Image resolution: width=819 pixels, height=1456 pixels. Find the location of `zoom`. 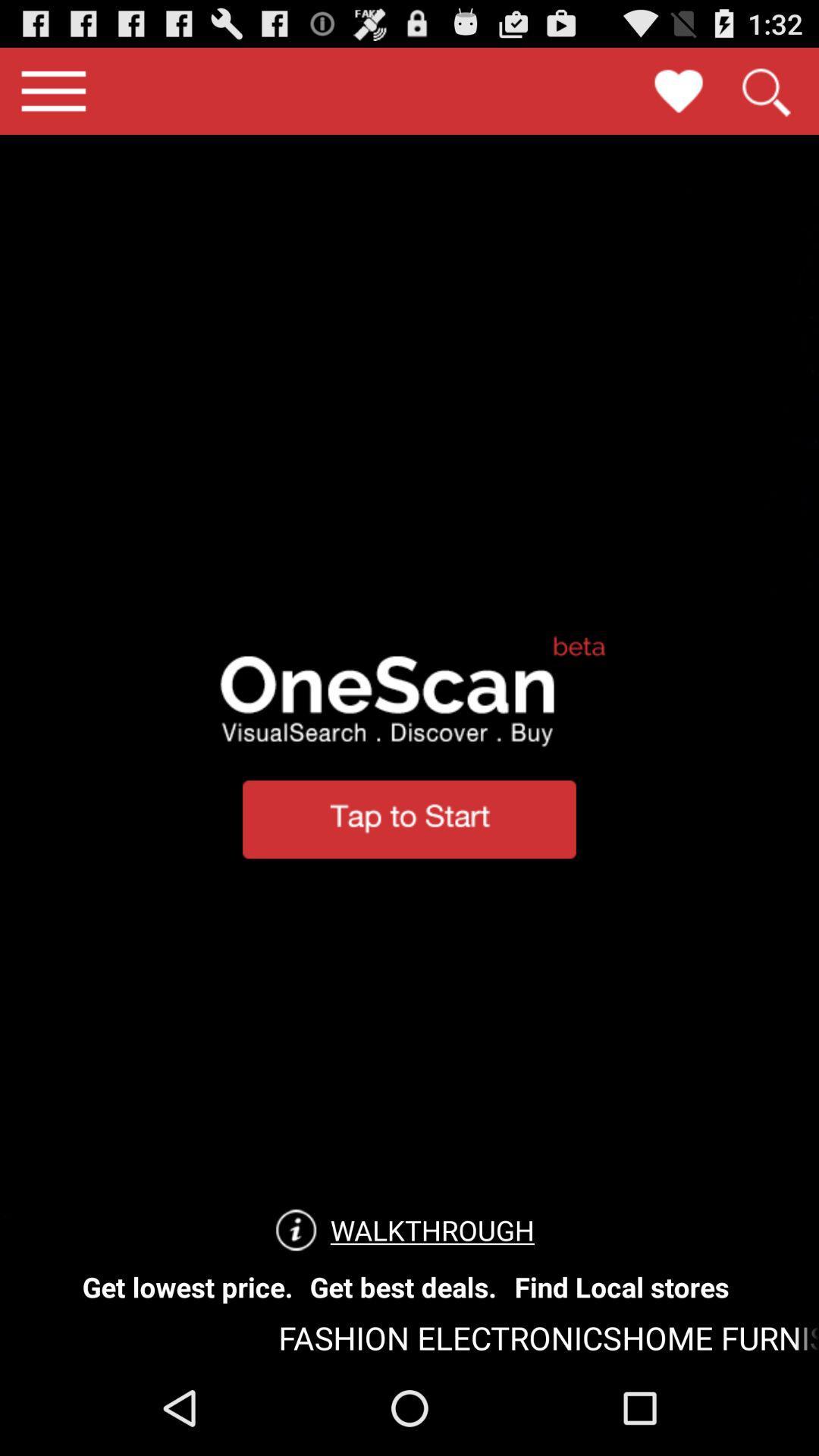

zoom is located at coordinates (765, 90).